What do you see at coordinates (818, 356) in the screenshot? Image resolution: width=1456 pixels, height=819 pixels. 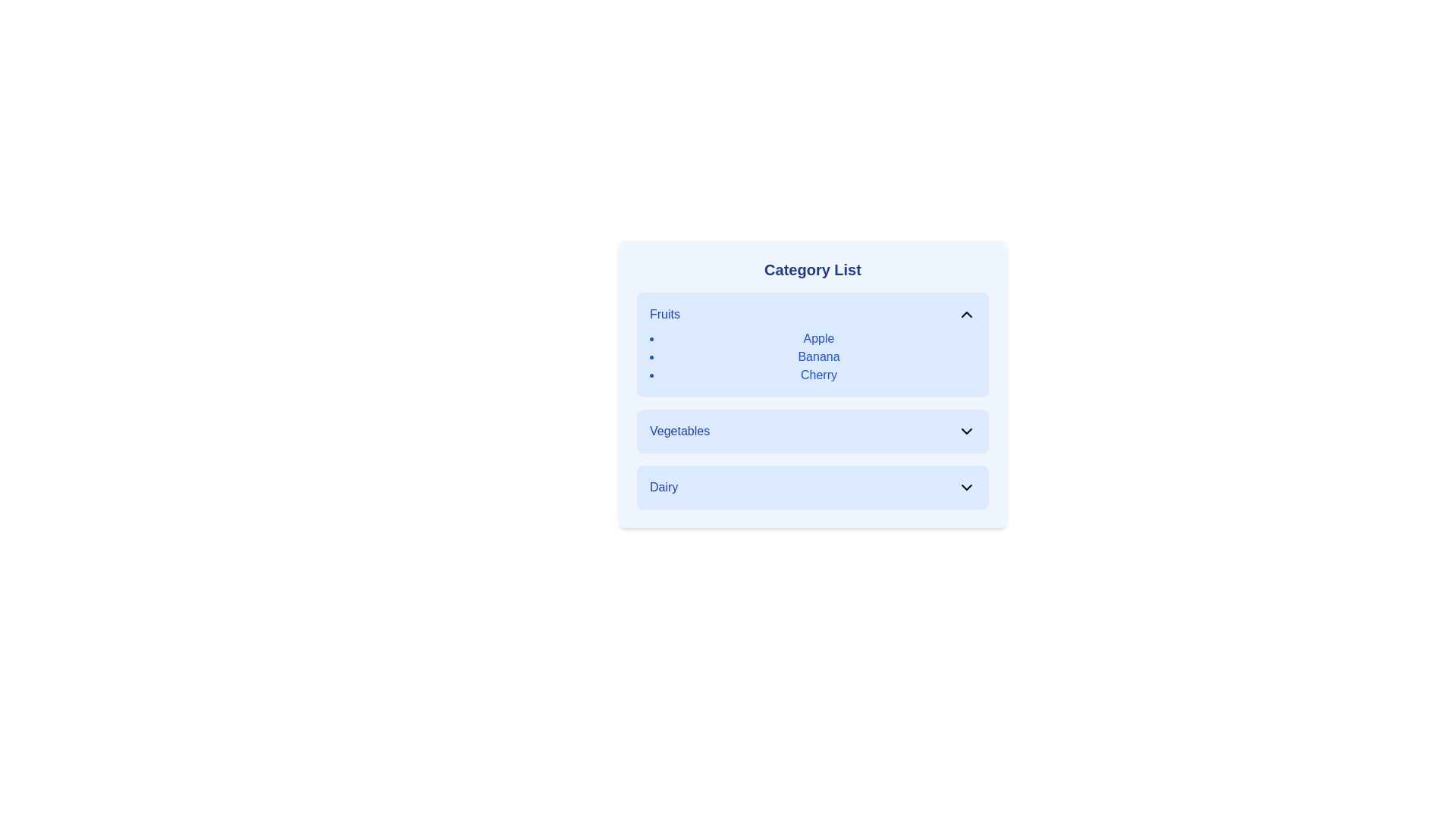 I see `the list item that reads 'Banana', which is the second item in the 'Fruits' section of the list` at bounding box center [818, 356].